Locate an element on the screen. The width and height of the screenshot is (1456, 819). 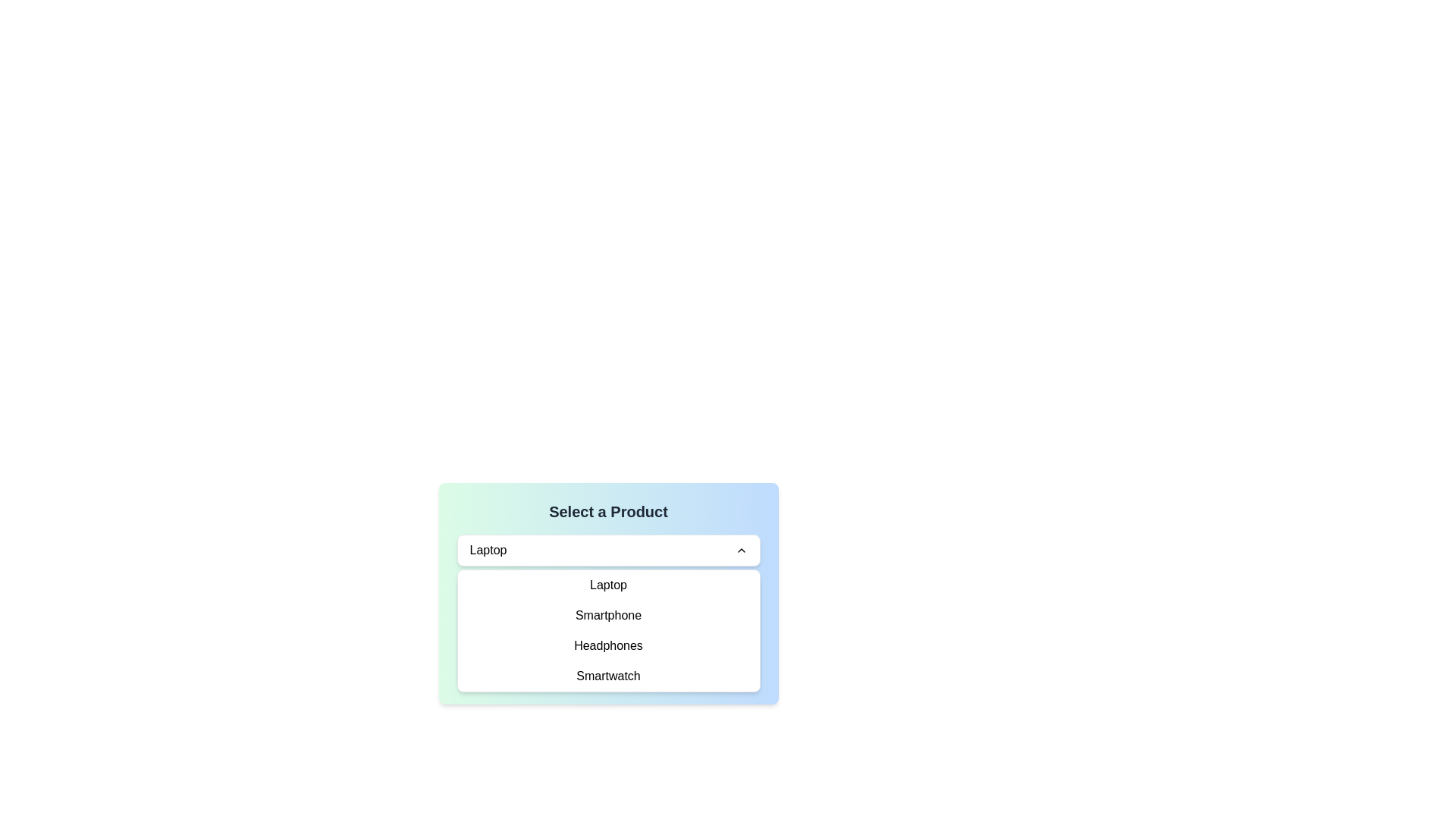
the 'Smartwatch' dropdown menu item, which is the last item in the list is located at coordinates (608, 675).